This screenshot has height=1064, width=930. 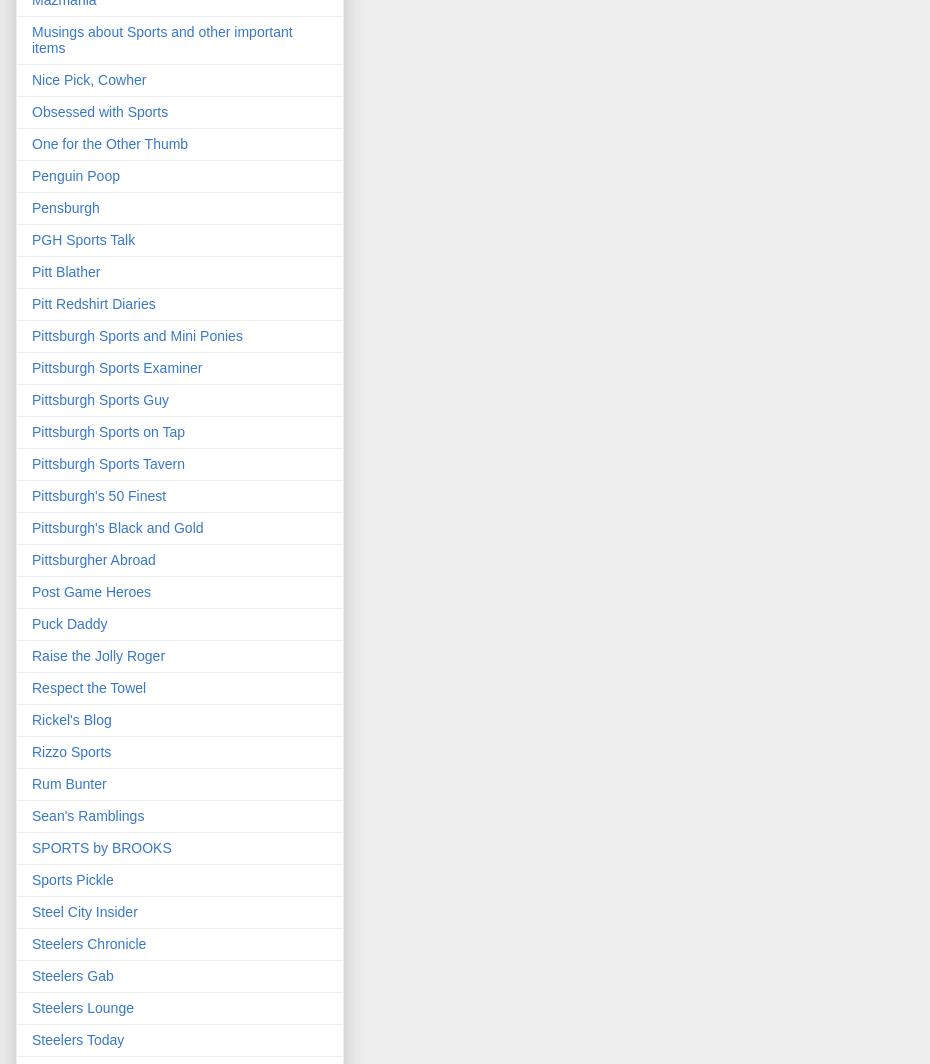 What do you see at coordinates (91, 592) in the screenshot?
I see `'Post Game Heroes'` at bounding box center [91, 592].